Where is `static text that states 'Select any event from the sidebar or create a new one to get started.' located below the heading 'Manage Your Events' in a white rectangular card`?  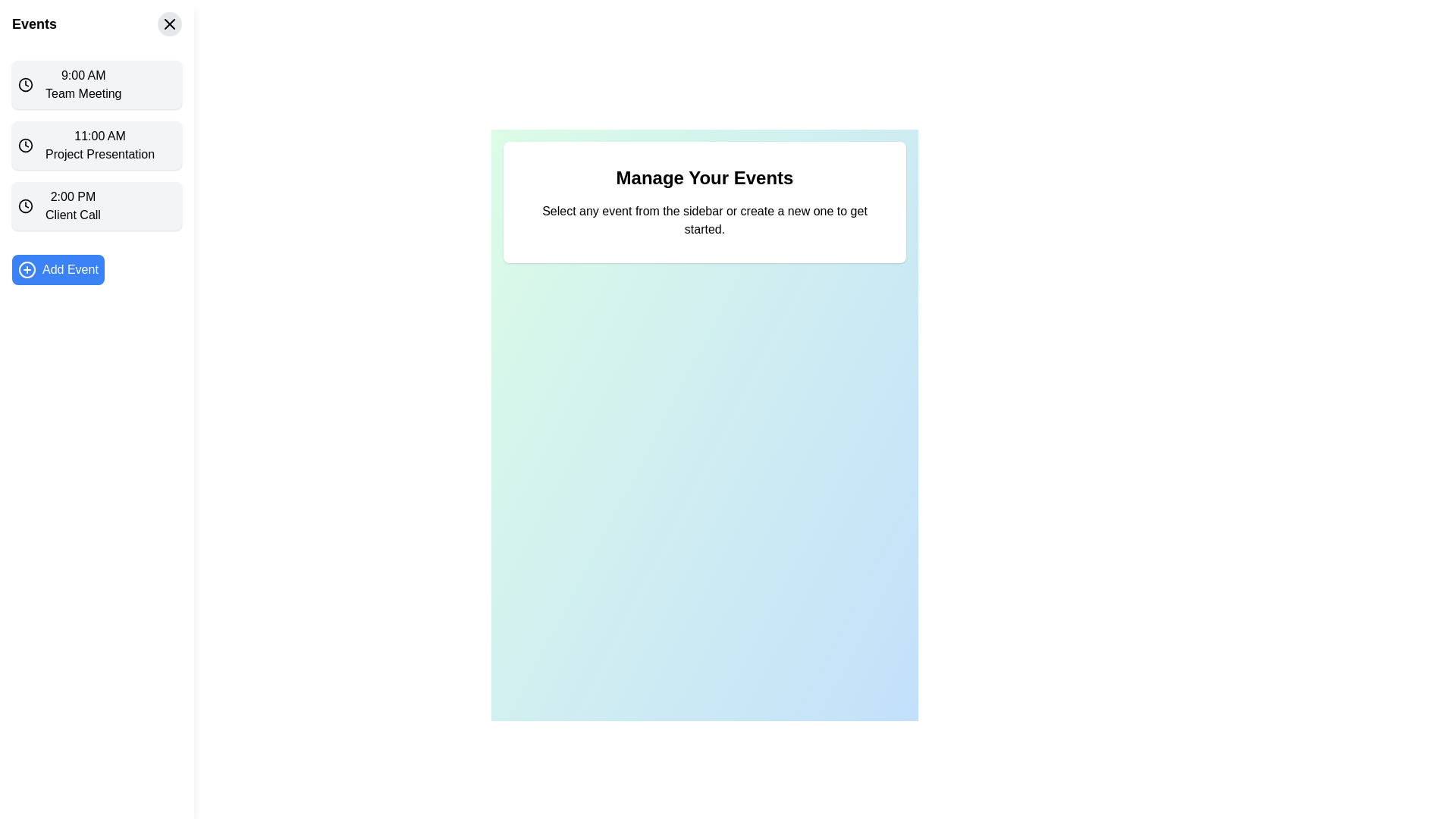
static text that states 'Select any event from the sidebar or create a new one to get started.' located below the heading 'Manage Your Events' in a white rectangular card is located at coordinates (704, 220).